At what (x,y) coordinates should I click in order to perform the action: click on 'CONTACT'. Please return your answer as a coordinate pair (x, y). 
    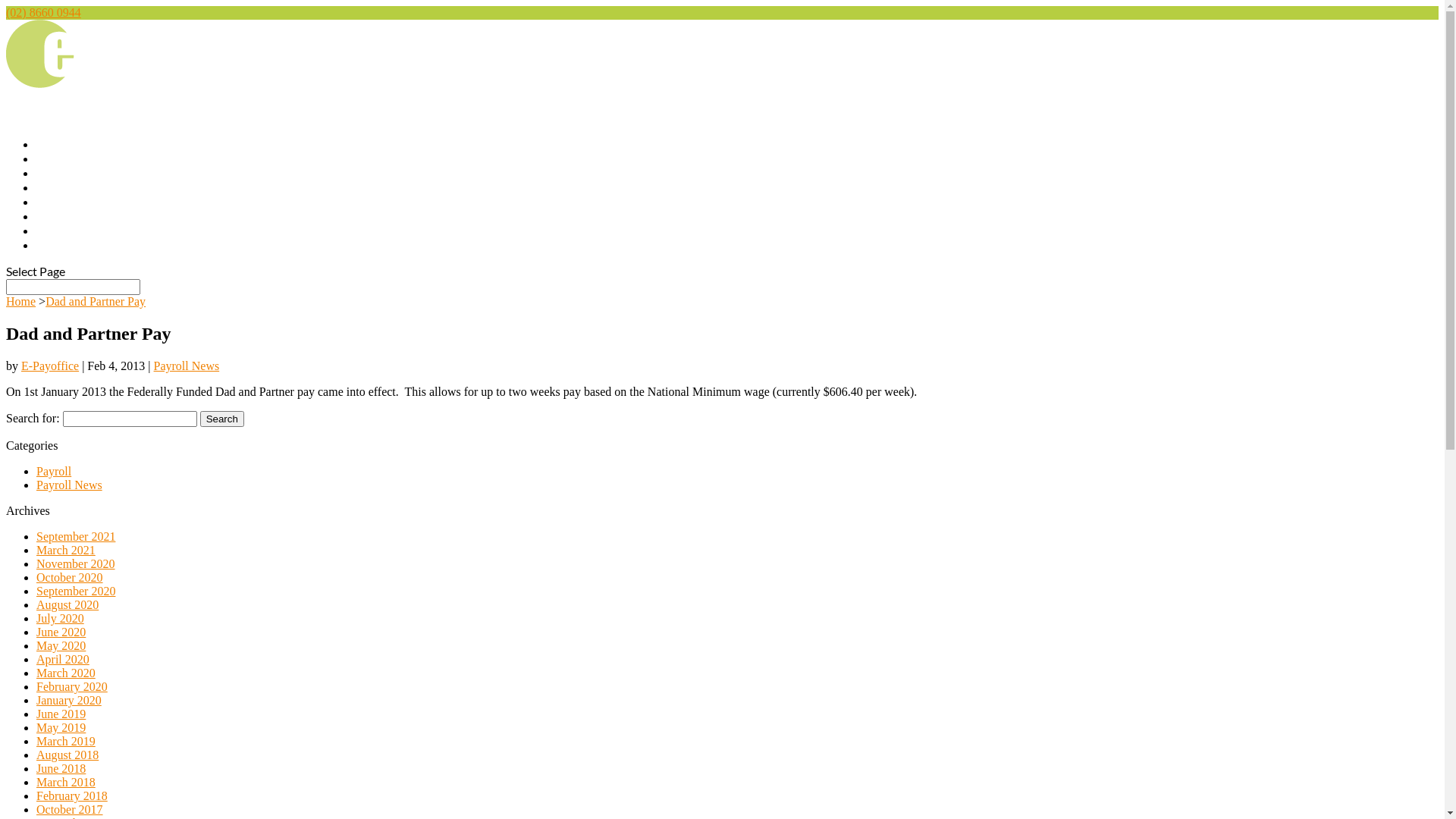
    Looking at the image, I should click on (64, 246).